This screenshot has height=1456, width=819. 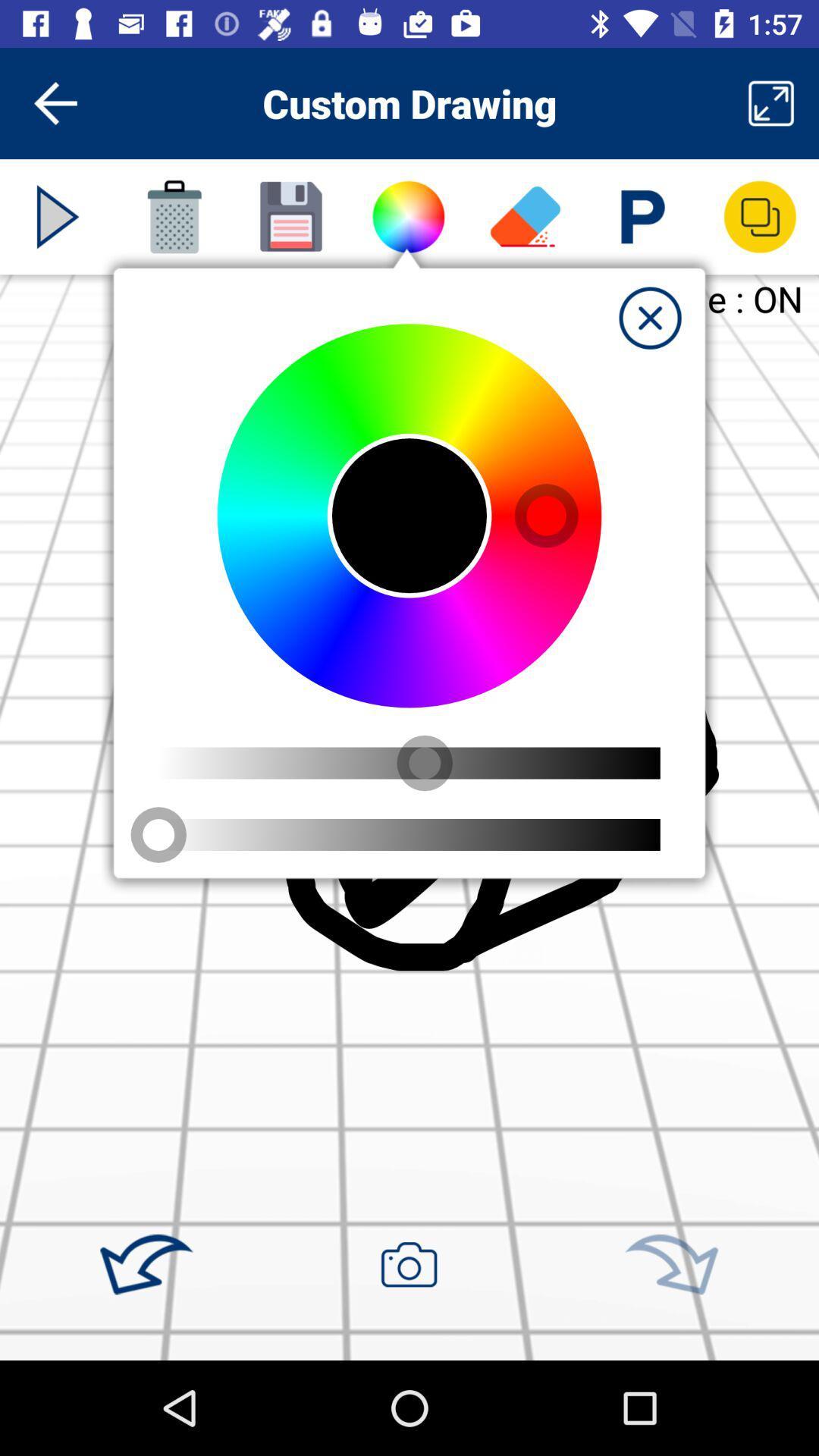 I want to click on button, so click(x=649, y=317).